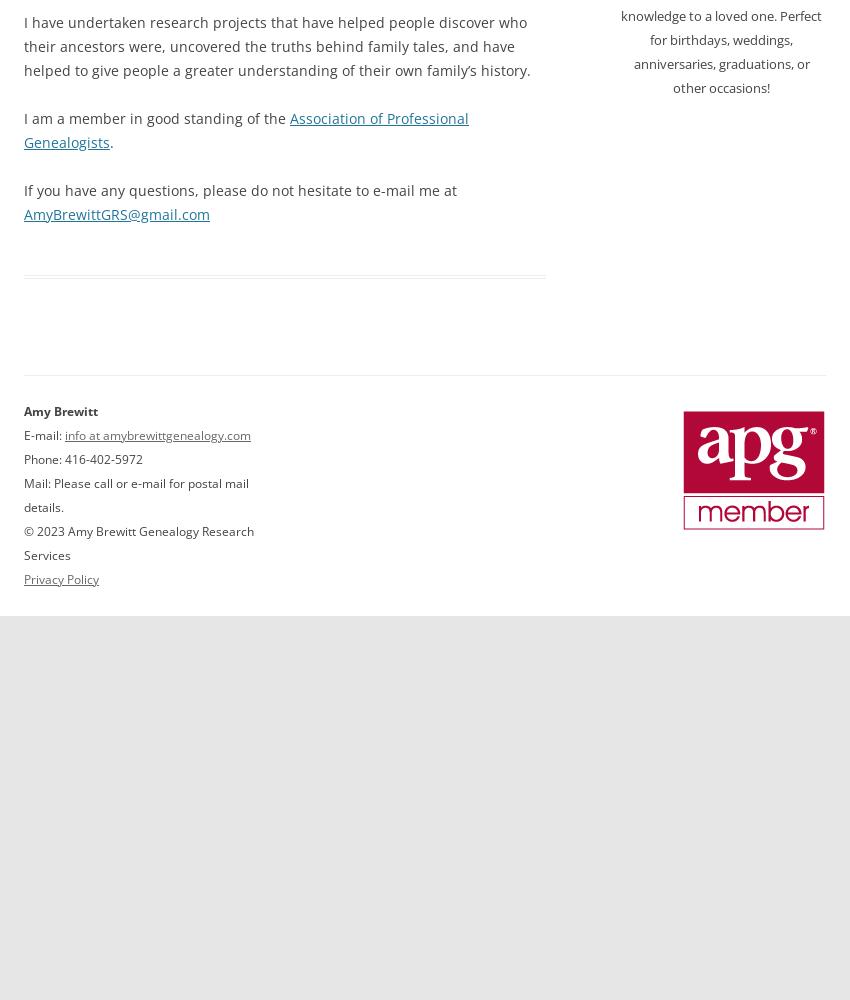 This screenshot has height=1000, width=850. I want to click on 'Privacy Policy', so click(22, 577).